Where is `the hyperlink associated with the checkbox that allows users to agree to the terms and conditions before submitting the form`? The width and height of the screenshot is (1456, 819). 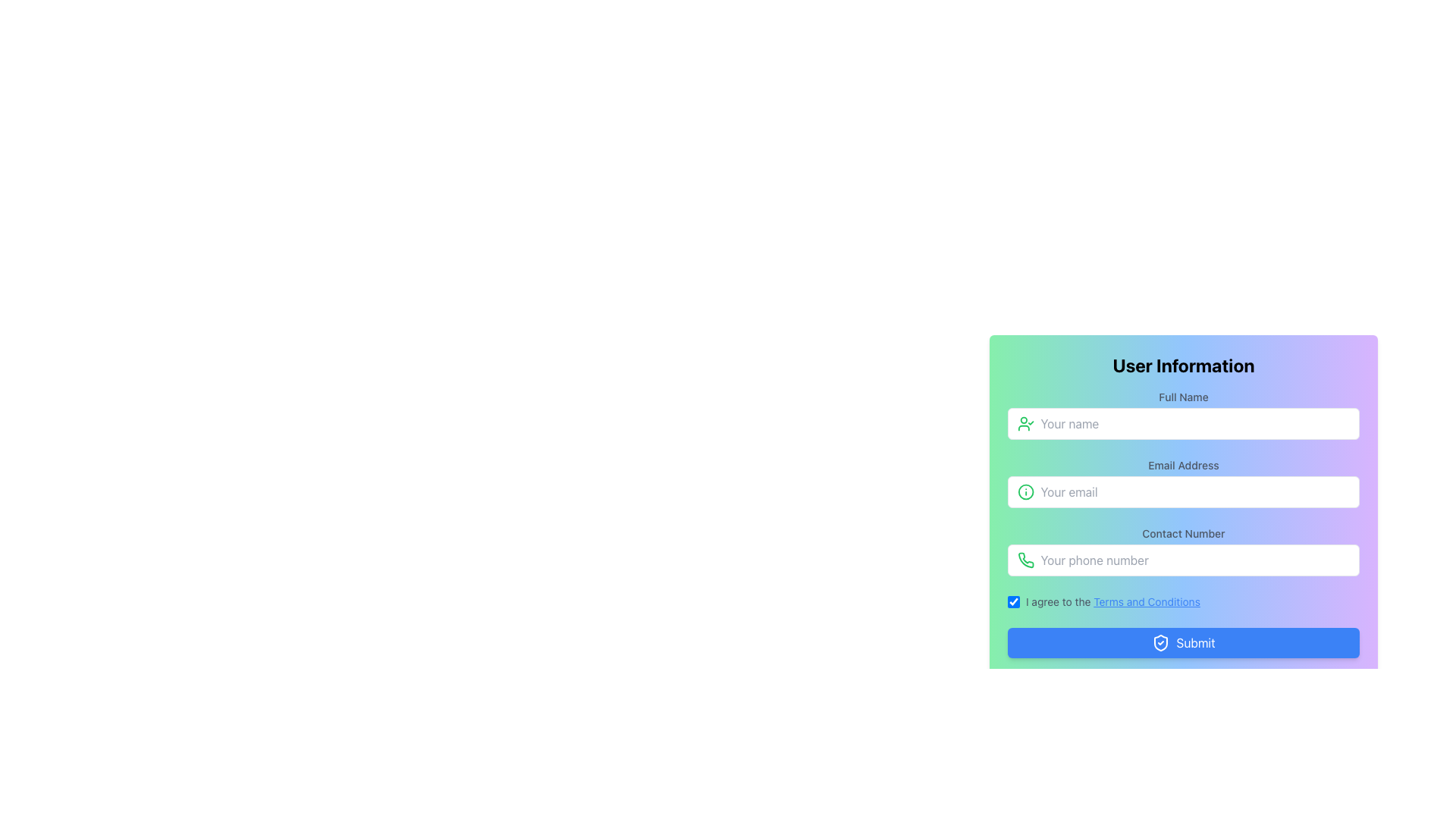 the hyperlink associated with the checkbox that allows users to agree to the terms and conditions before submitting the form is located at coordinates (1182, 601).